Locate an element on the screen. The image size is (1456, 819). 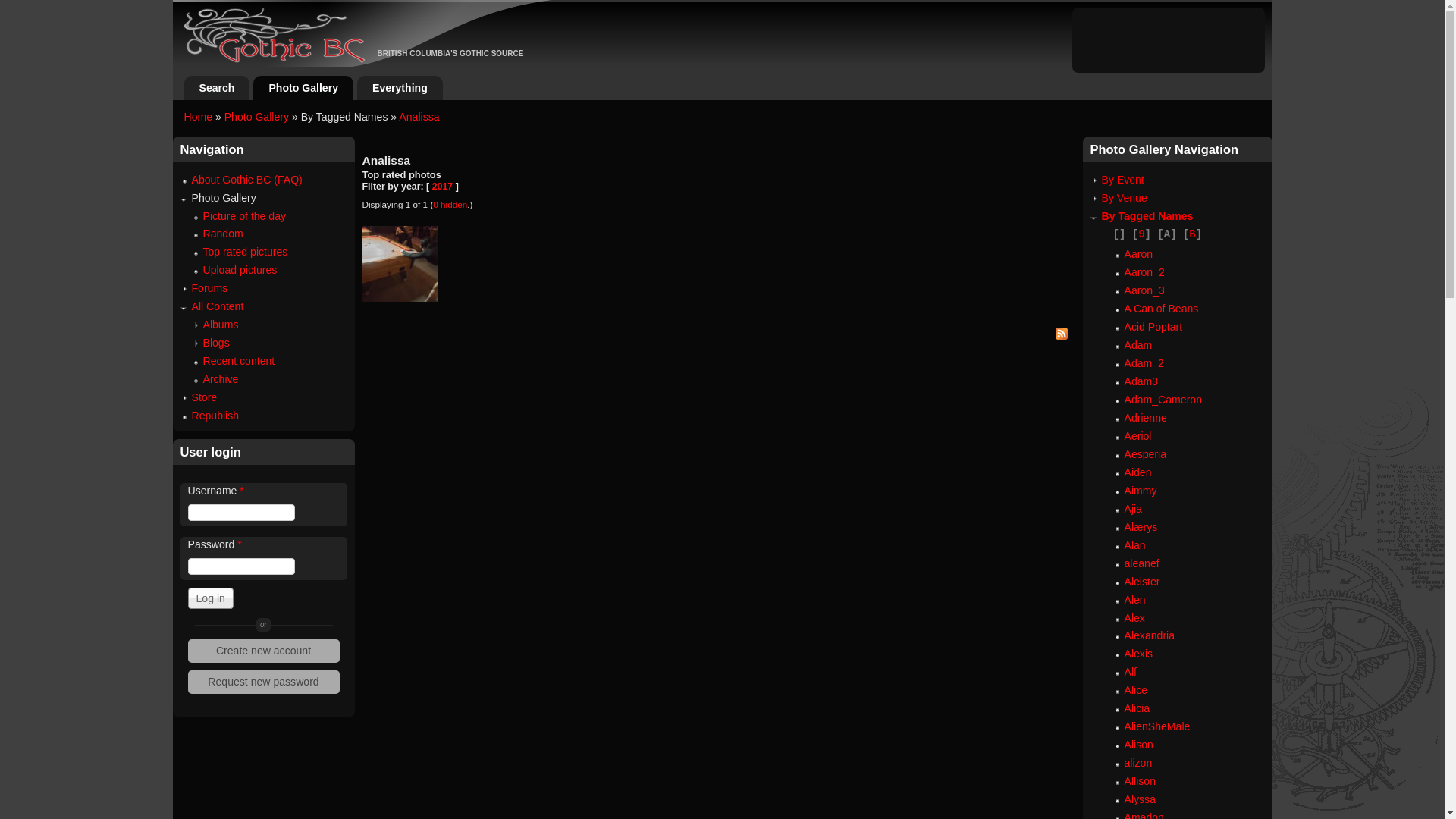
'Blogs' is located at coordinates (215, 342).